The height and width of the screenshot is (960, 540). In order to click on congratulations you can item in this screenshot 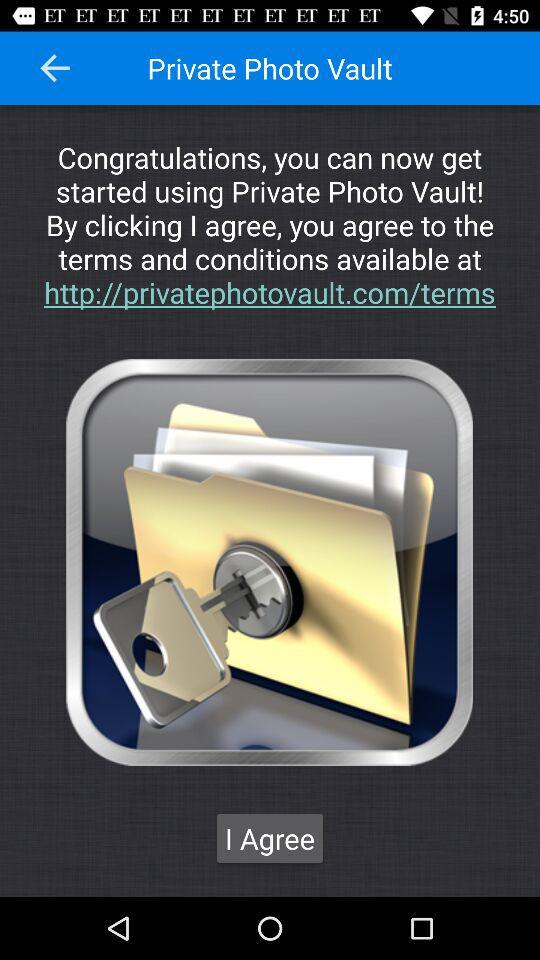, I will do `click(270, 224)`.